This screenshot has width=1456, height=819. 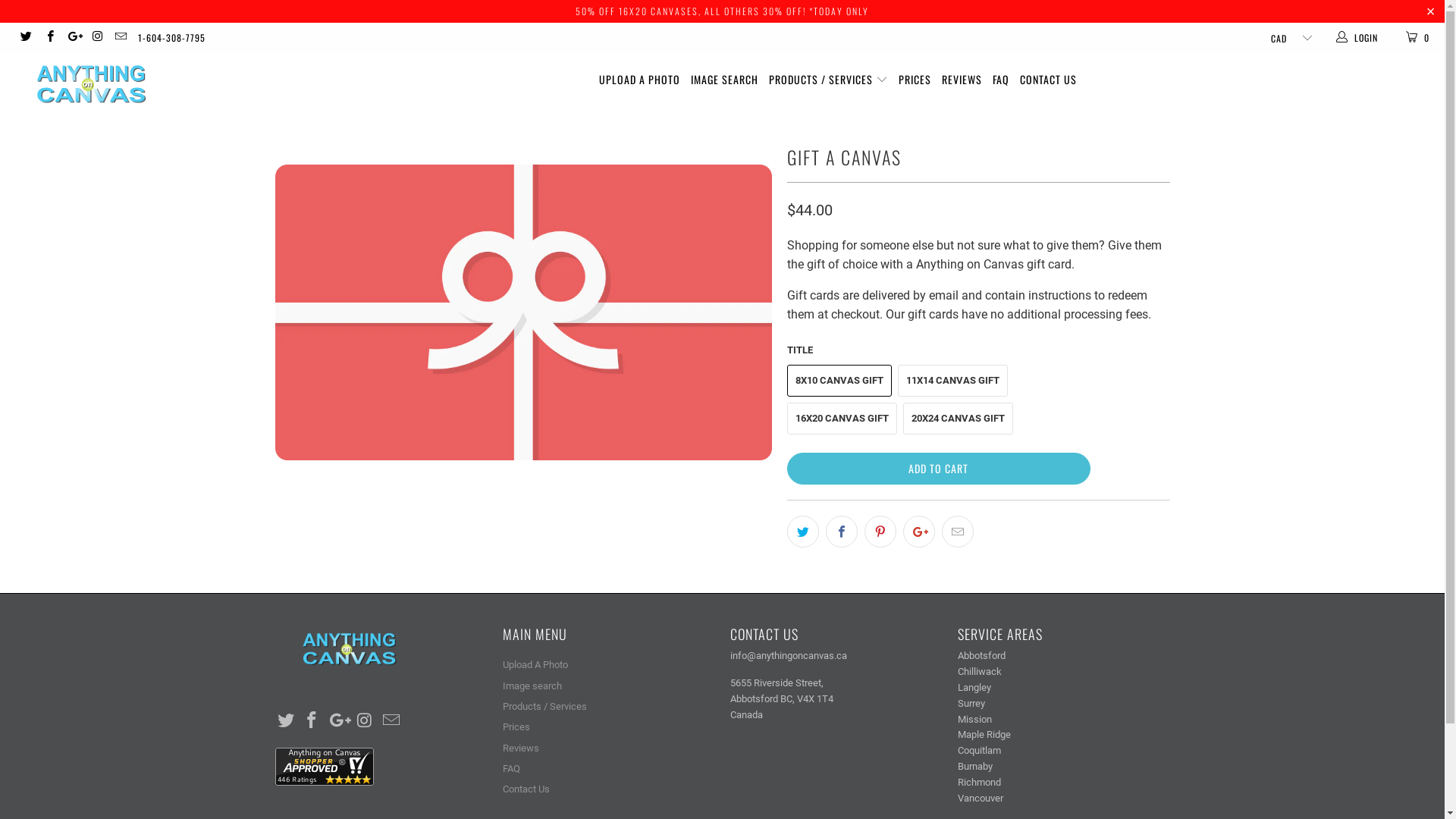 What do you see at coordinates (723, 80) in the screenshot?
I see `'IMAGE SEARCH'` at bounding box center [723, 80].